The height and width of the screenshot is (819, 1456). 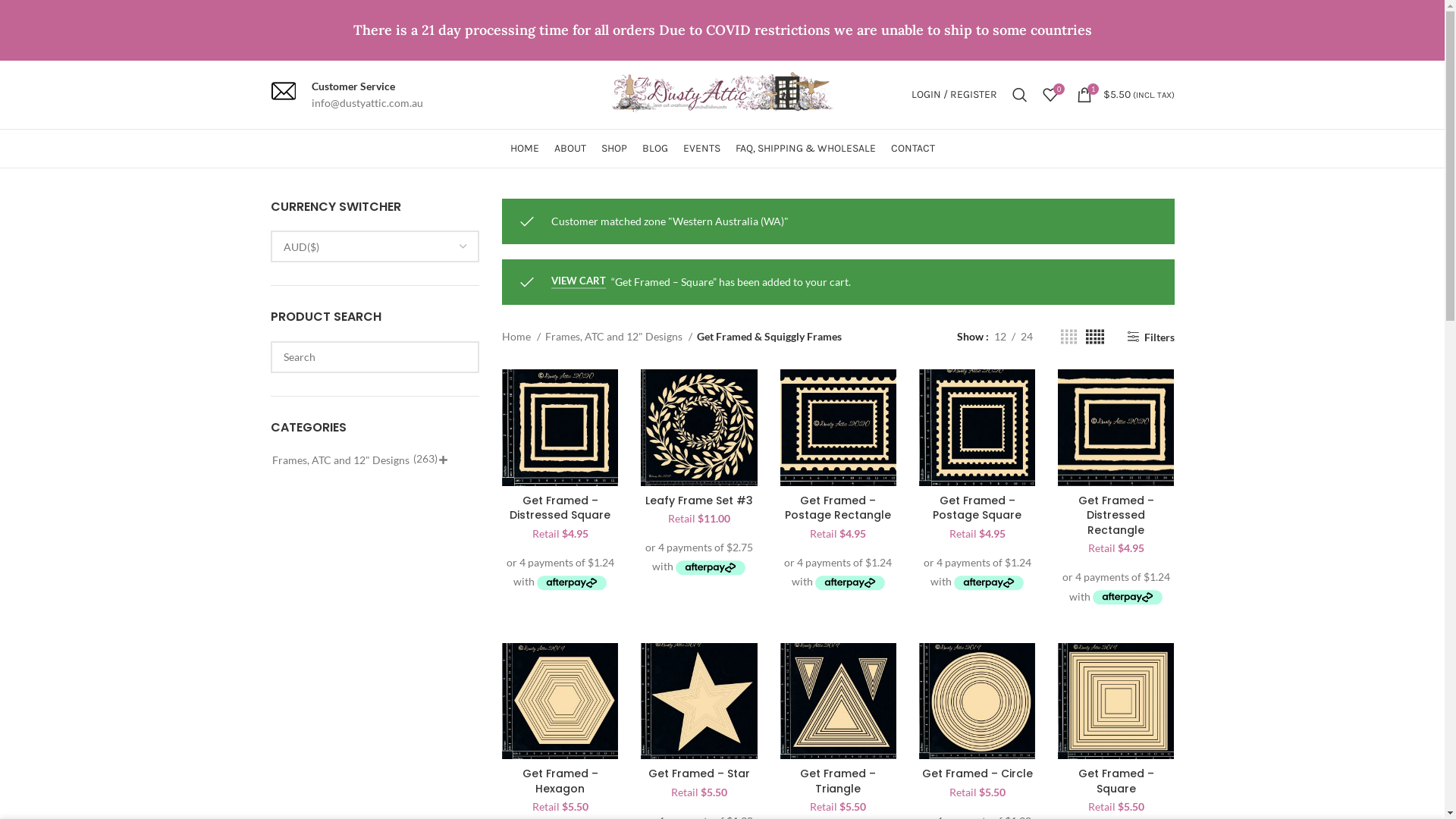 What do you see at coordinates (613, 149) in the screenshot?
I see `'SHOP'` at bounding box center [613, 149].